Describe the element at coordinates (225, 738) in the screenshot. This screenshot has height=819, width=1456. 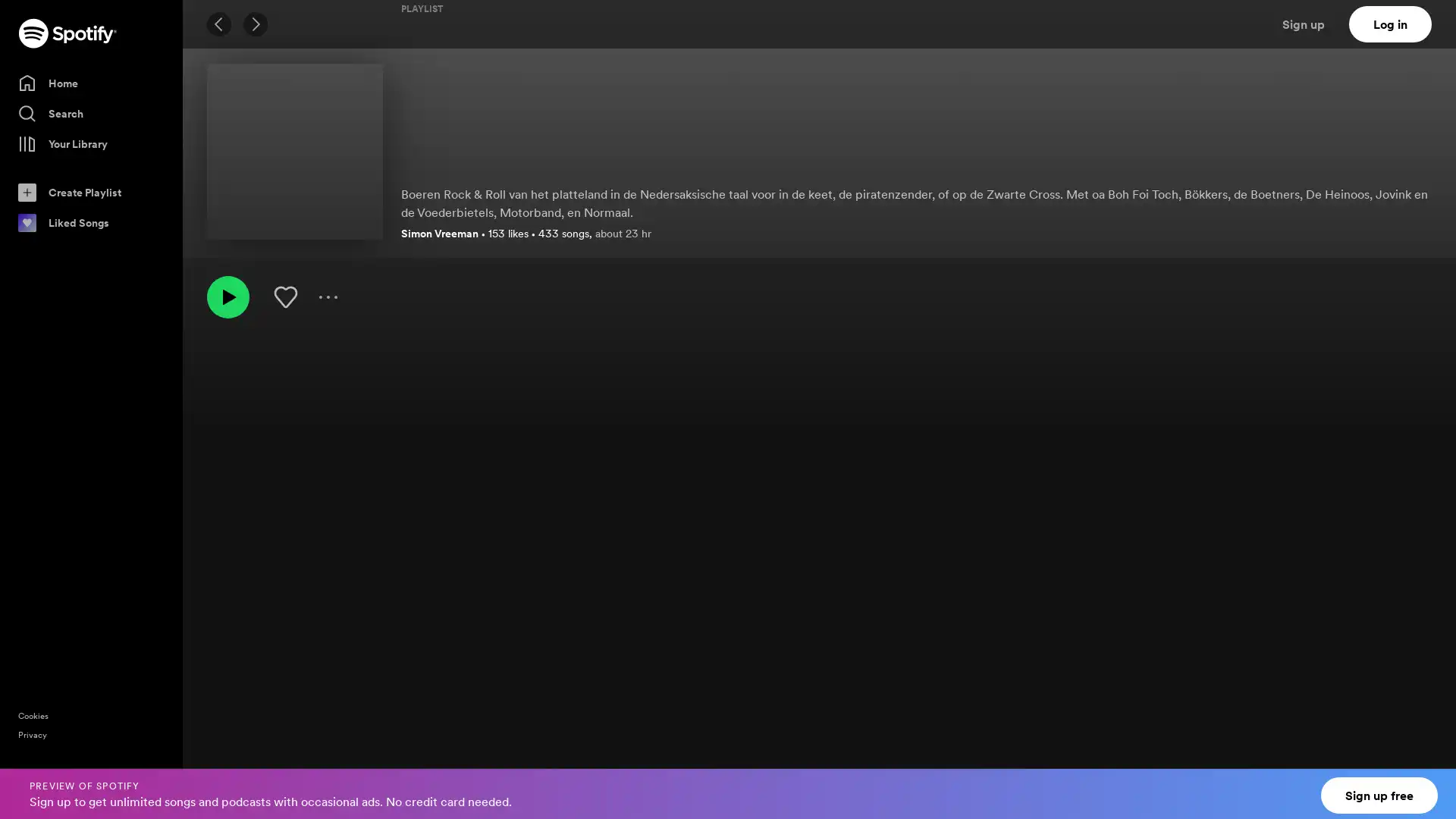
I see `Play 't Armenhuus by Boh Foi Toch` at that location.